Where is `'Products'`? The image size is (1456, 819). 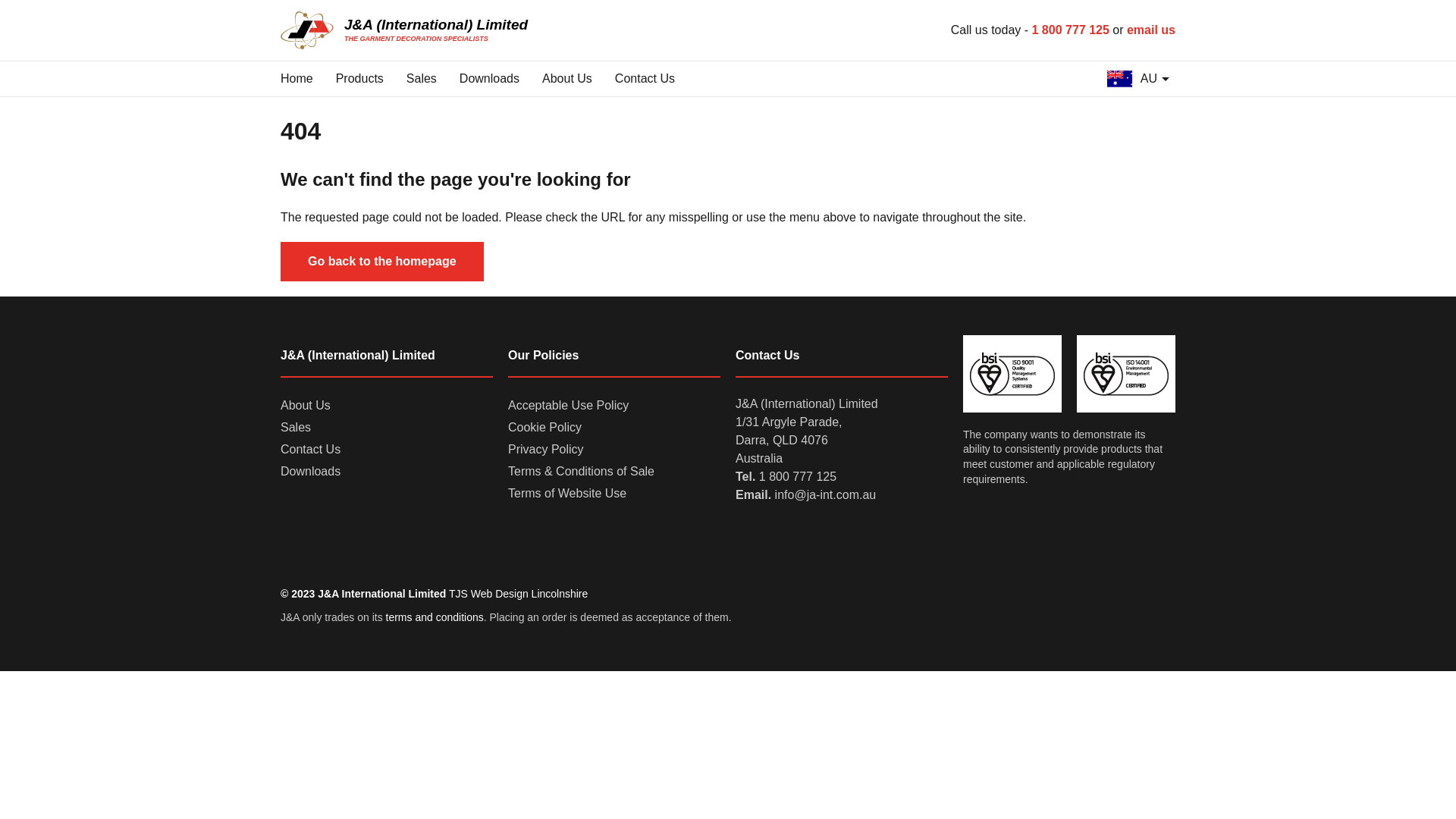
'Products' is located at coordinates (359, 79).